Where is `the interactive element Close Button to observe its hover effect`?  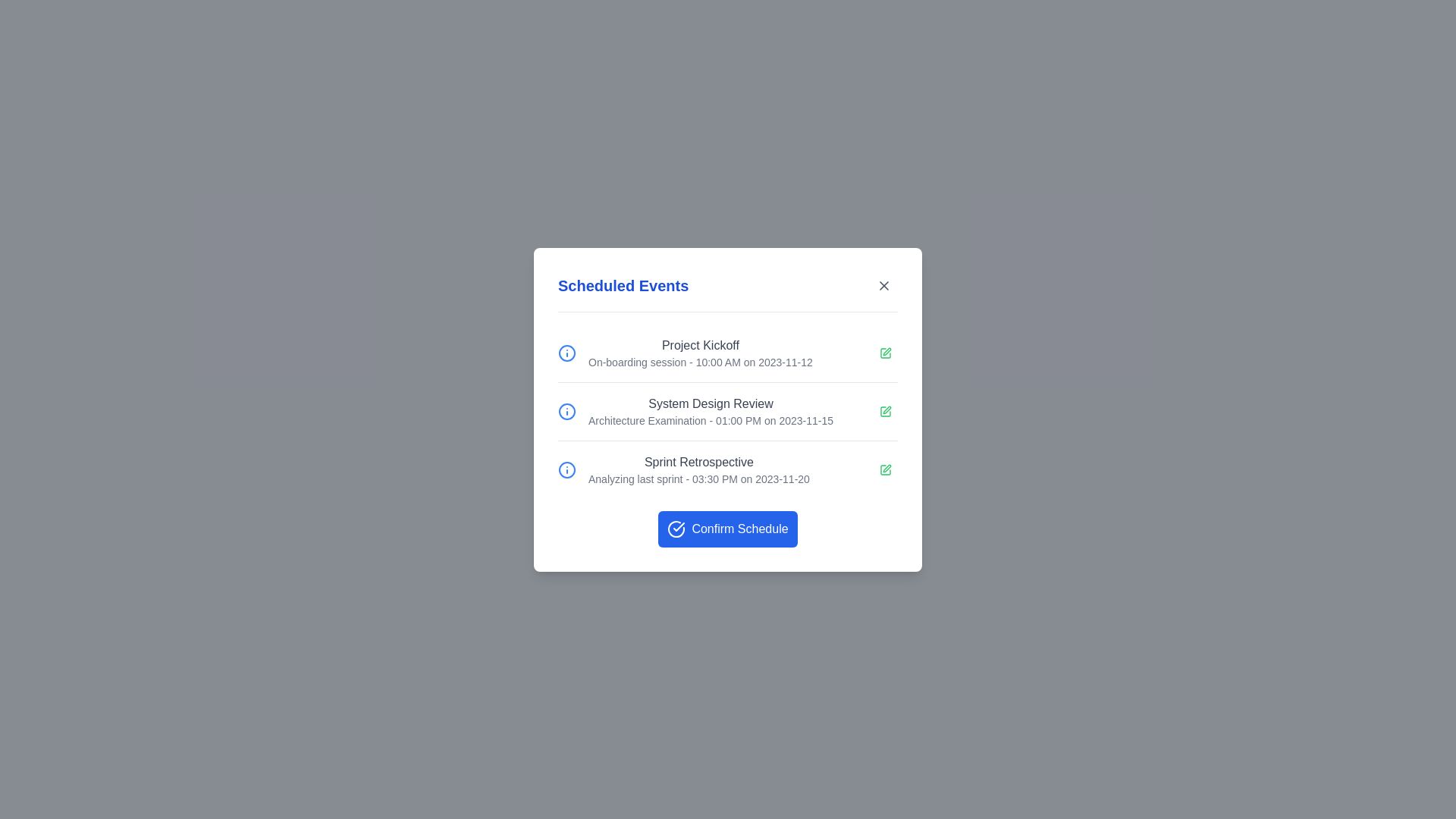 the interactive element Close Button to observe its hover effect is located at coordinates (884, 285).